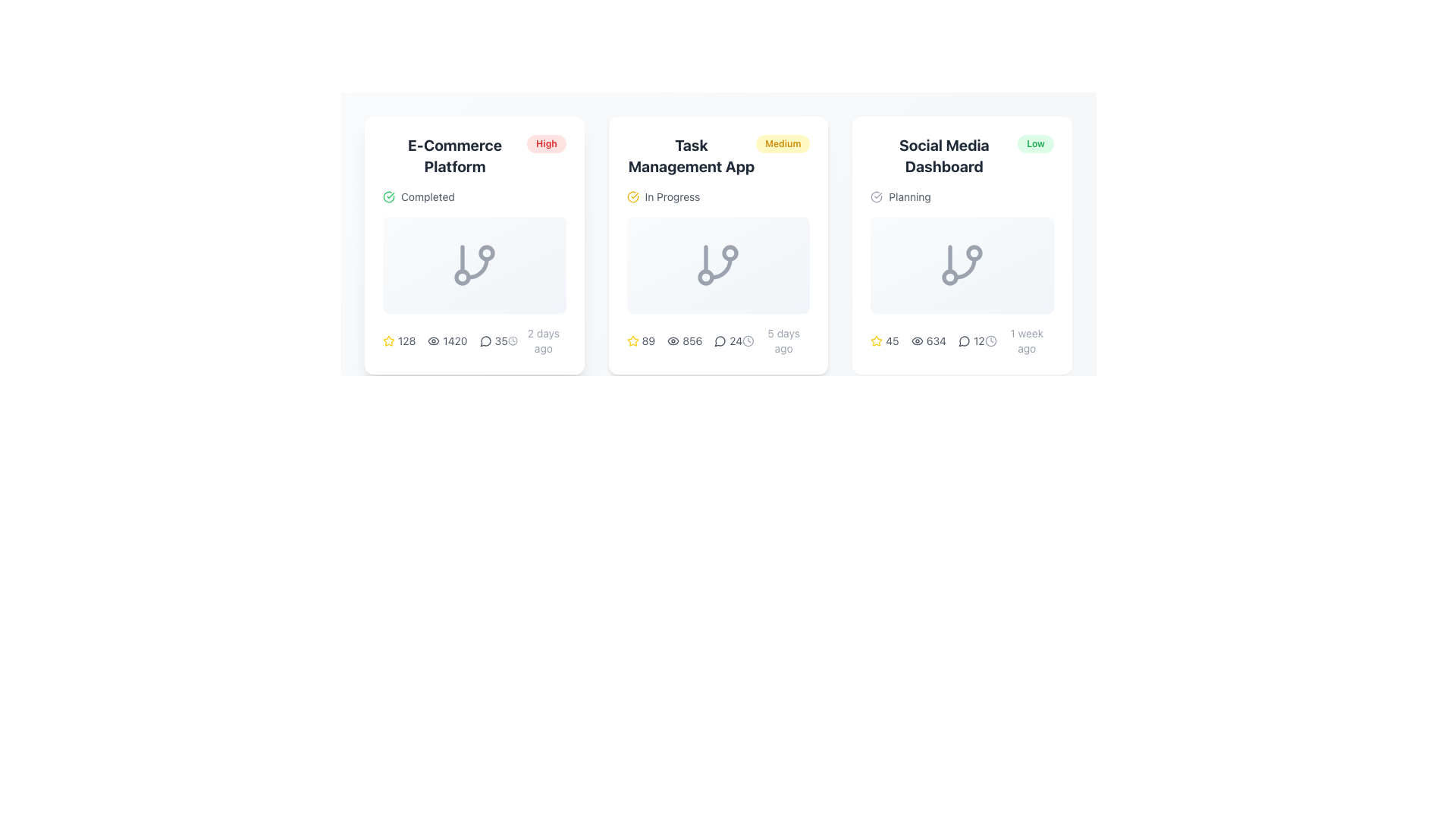  What do you see at coordinates (389, 341) in the screenshot?
I see `the star icon with a yellow fill located in the bottom-left area of the first card, positioned to the left of the number '128'` at bounding box center [389, 341].